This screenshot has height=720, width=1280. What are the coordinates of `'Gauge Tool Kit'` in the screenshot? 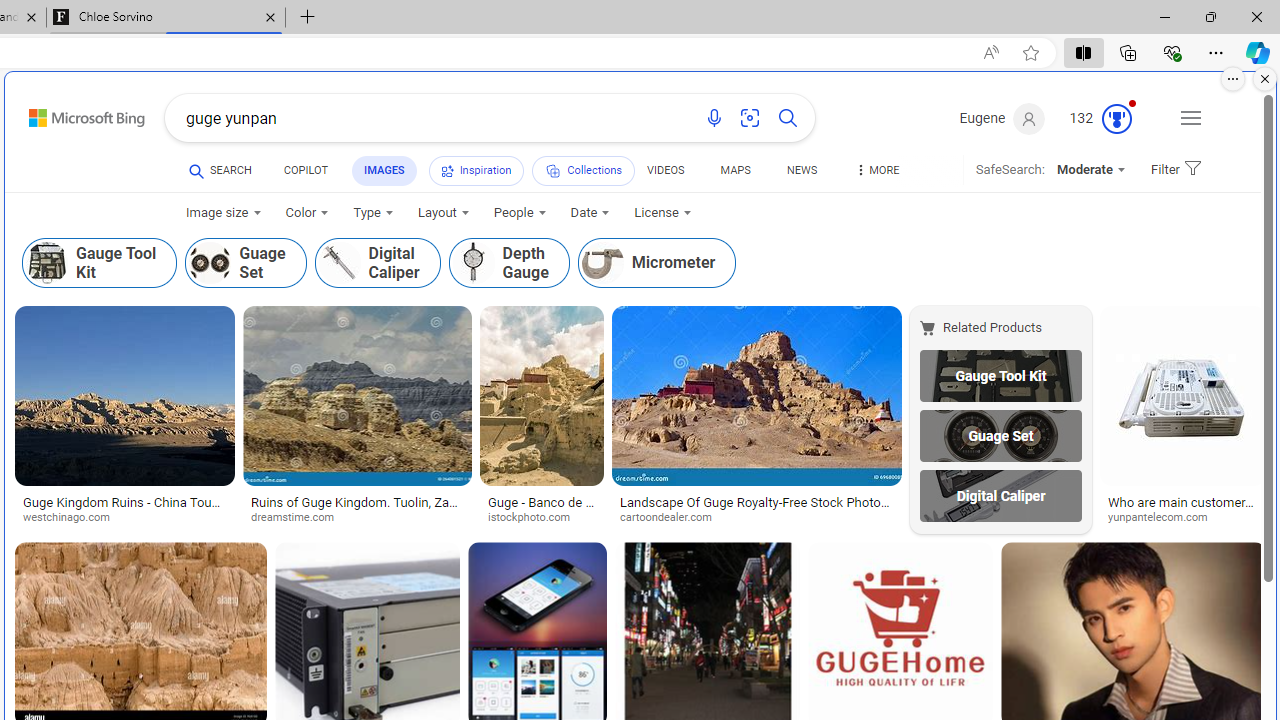 It's located at (1000, 375).